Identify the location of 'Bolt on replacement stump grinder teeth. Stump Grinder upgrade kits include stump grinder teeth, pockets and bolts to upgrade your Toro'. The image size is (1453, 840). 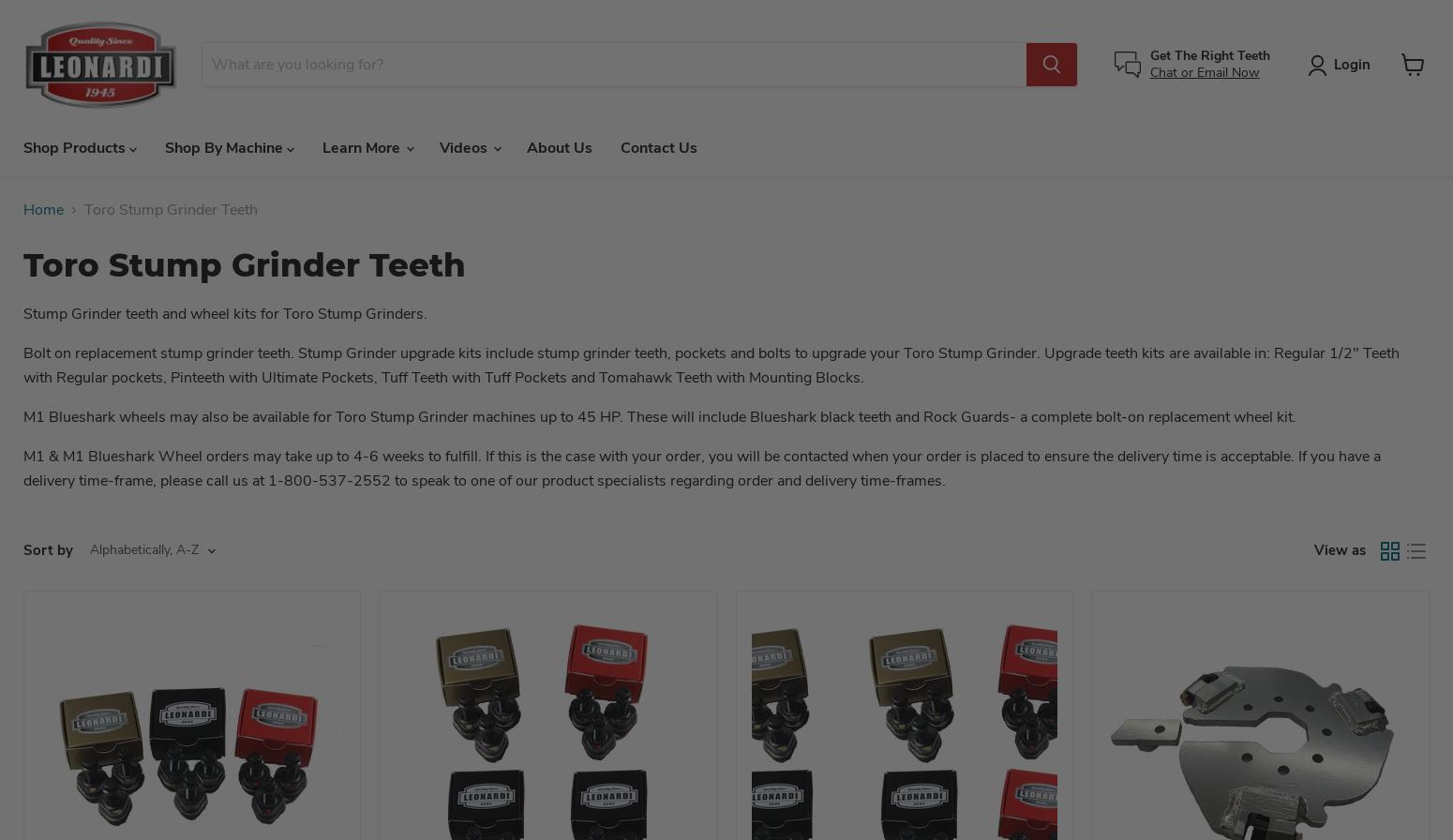
(478, 352).